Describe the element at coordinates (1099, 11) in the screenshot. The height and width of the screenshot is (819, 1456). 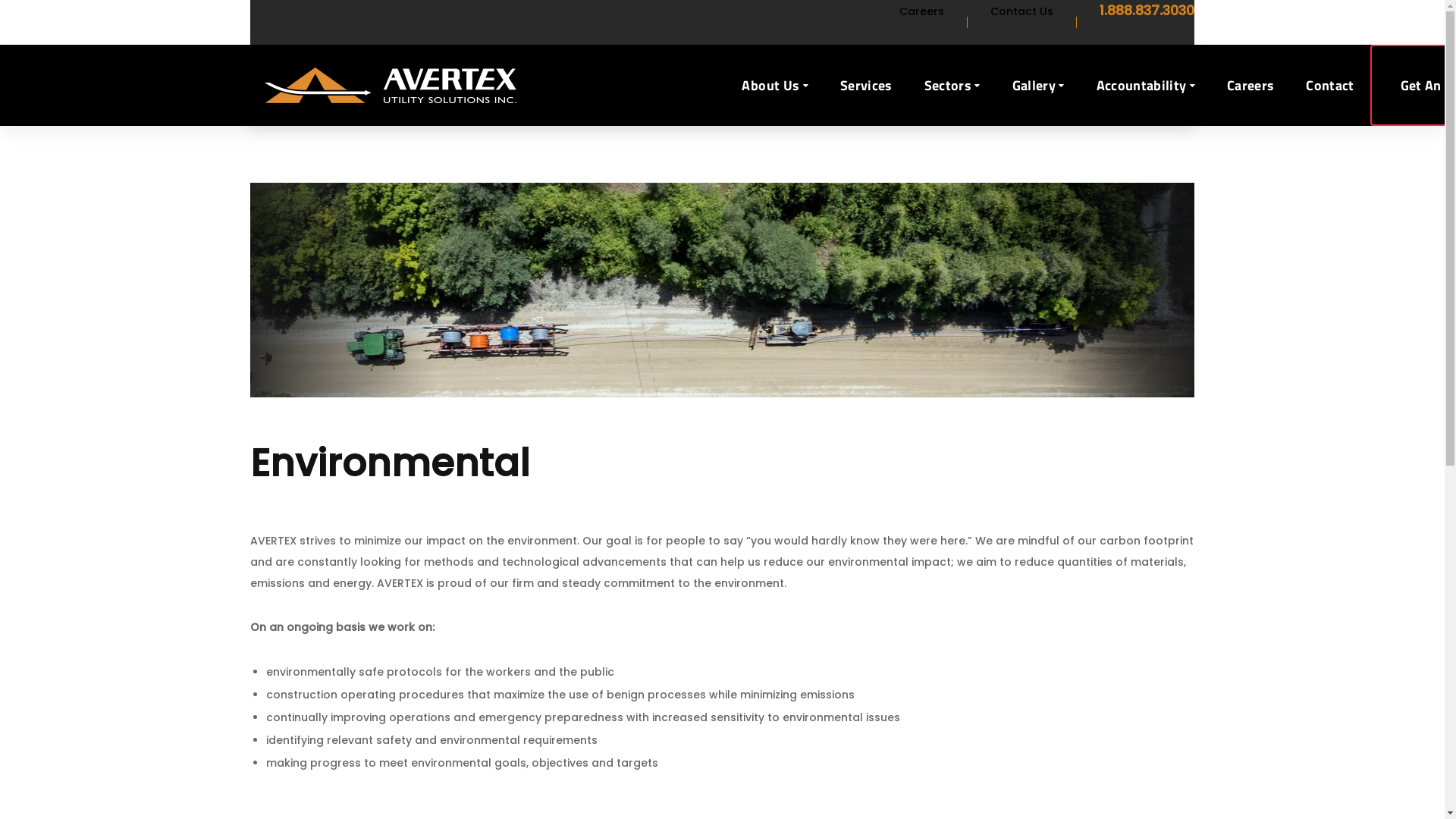
I see `'1.888.837.3030'` at that location.